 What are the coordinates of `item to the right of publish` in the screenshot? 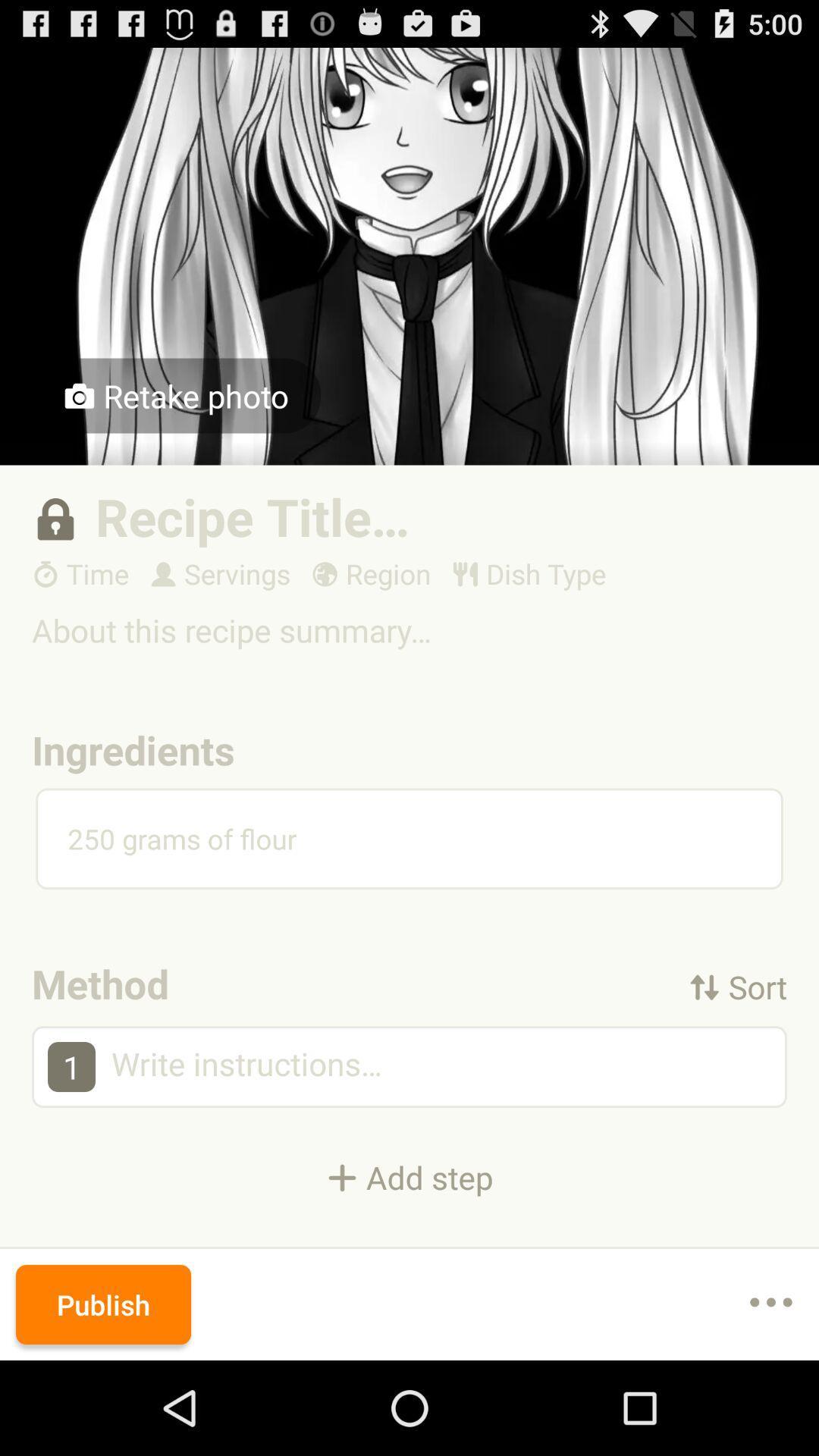 It's located at (771, 1304).